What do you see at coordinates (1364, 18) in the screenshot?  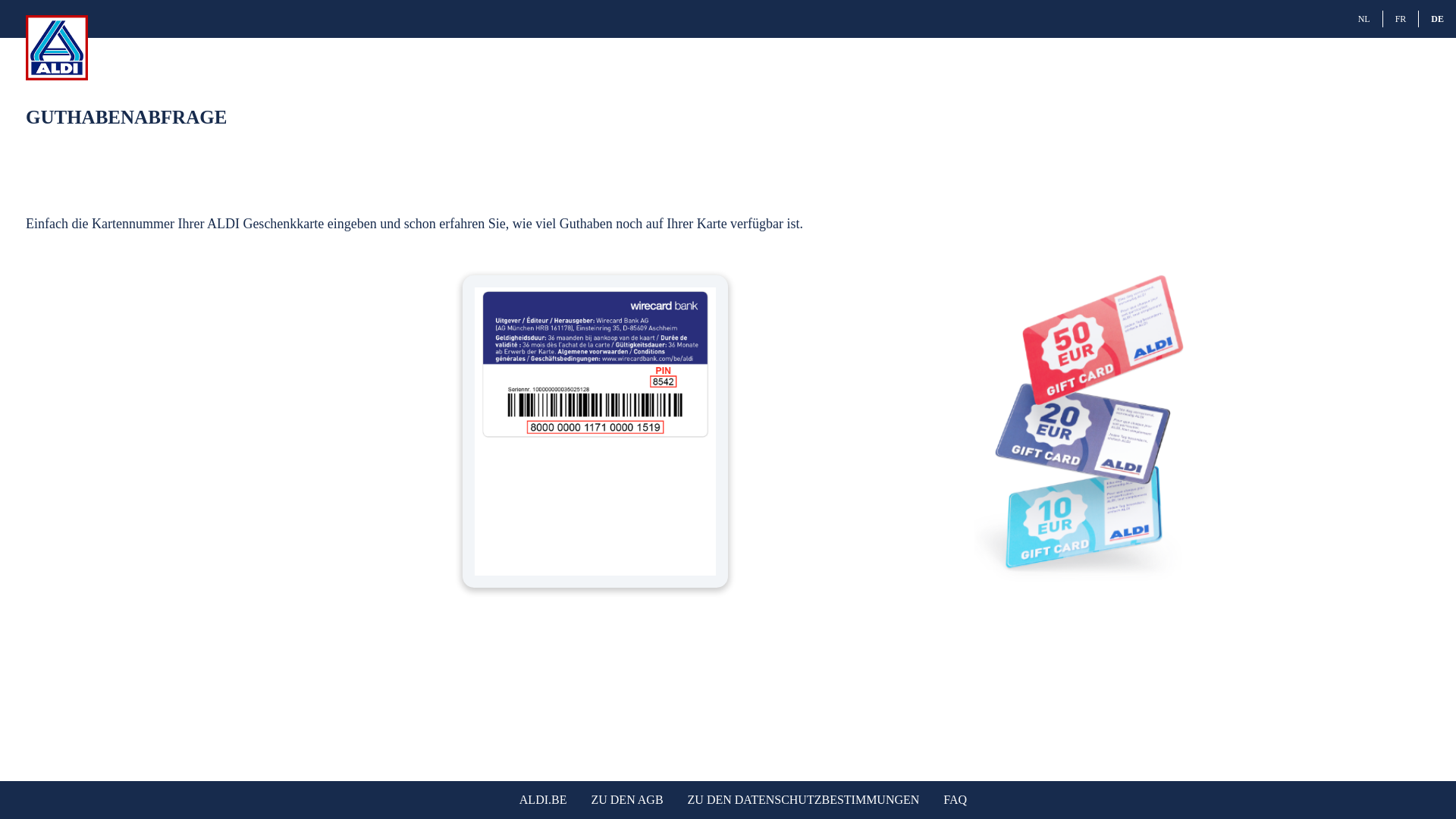 I see `'NL'` at bounding box center [1364, 18].